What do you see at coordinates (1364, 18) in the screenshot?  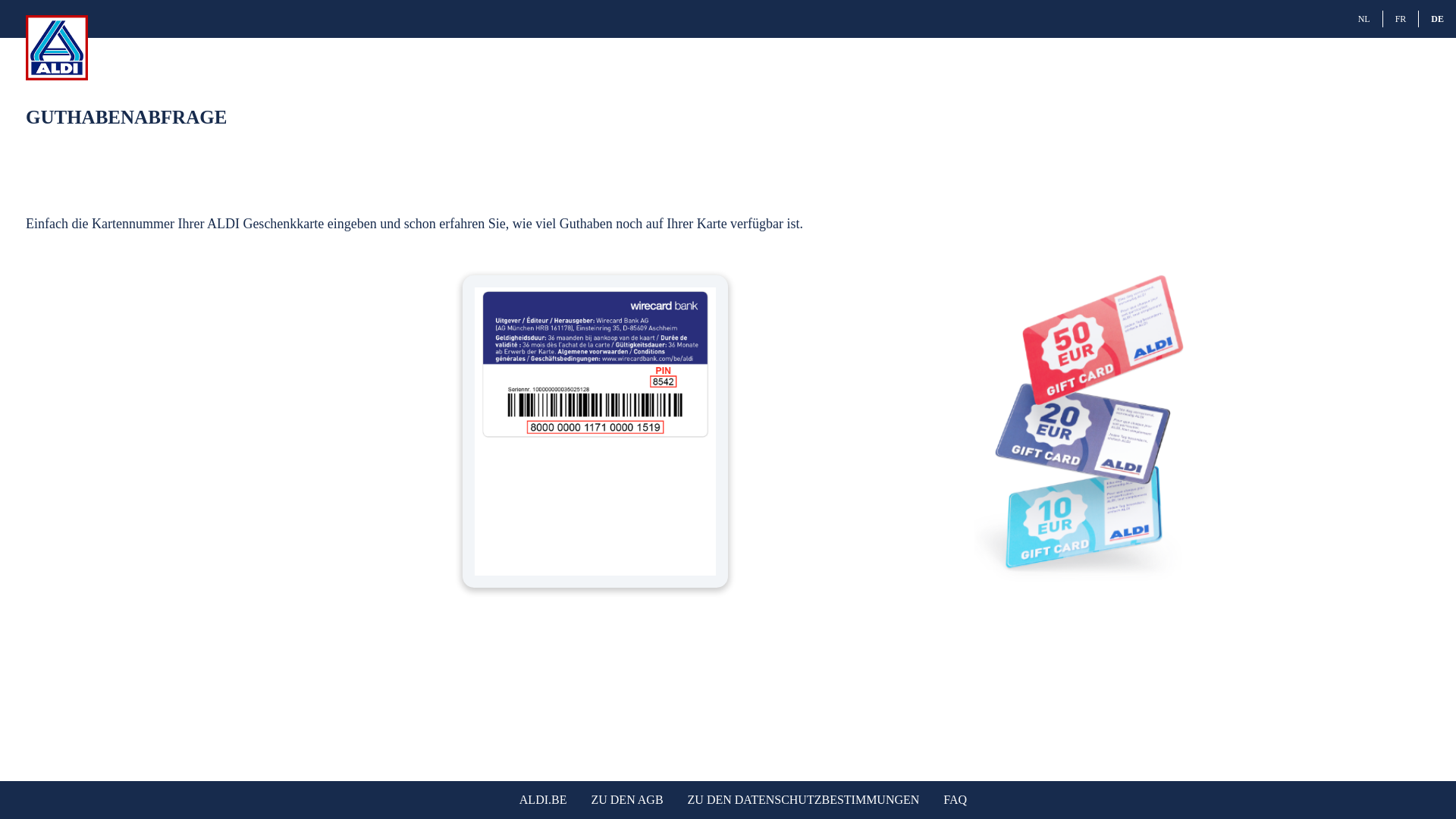 I see `'NL'` at bounding box center [1364, 18].